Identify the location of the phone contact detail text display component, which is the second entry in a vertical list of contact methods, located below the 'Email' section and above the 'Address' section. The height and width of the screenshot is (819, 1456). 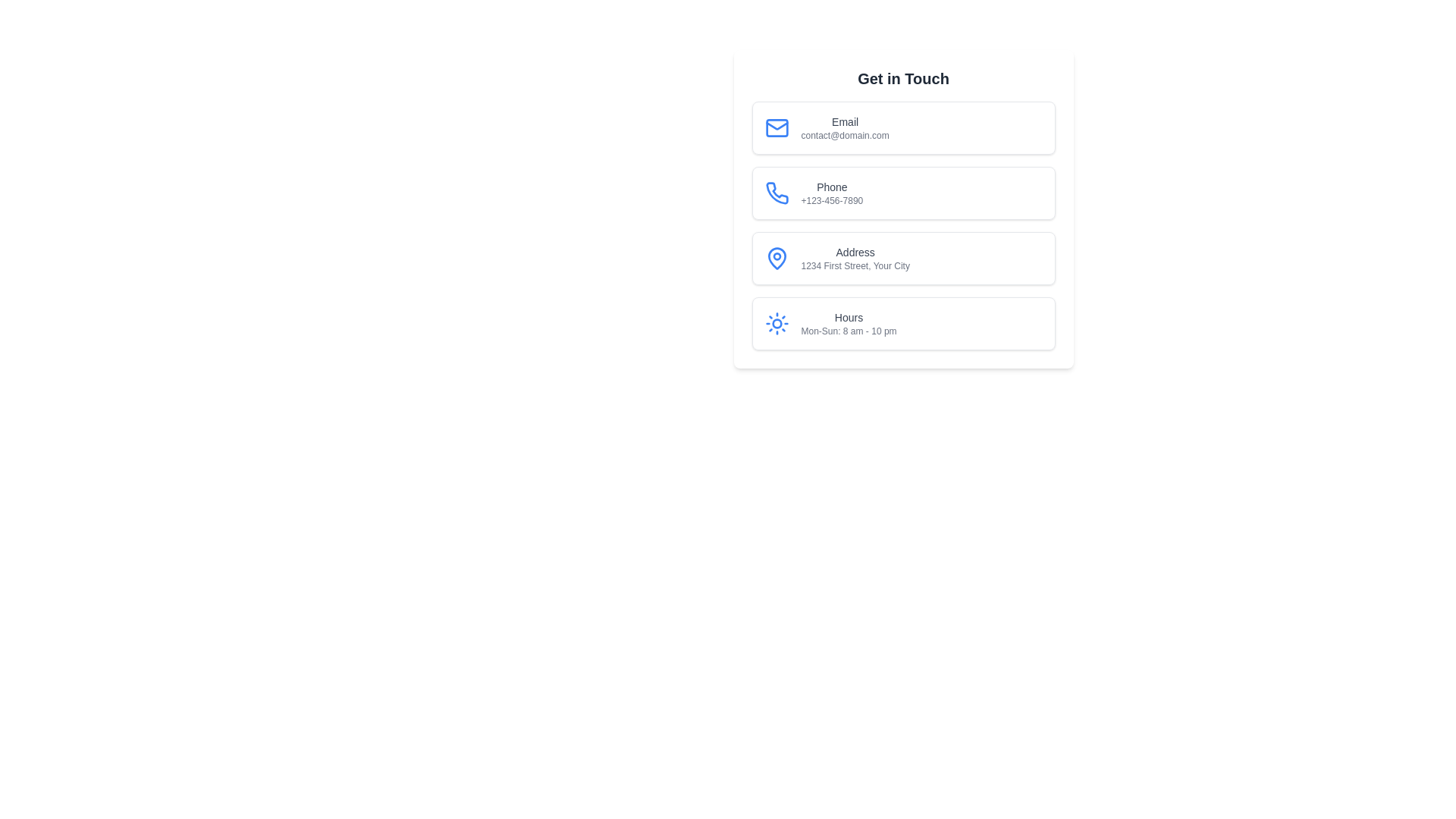
(831, 192).